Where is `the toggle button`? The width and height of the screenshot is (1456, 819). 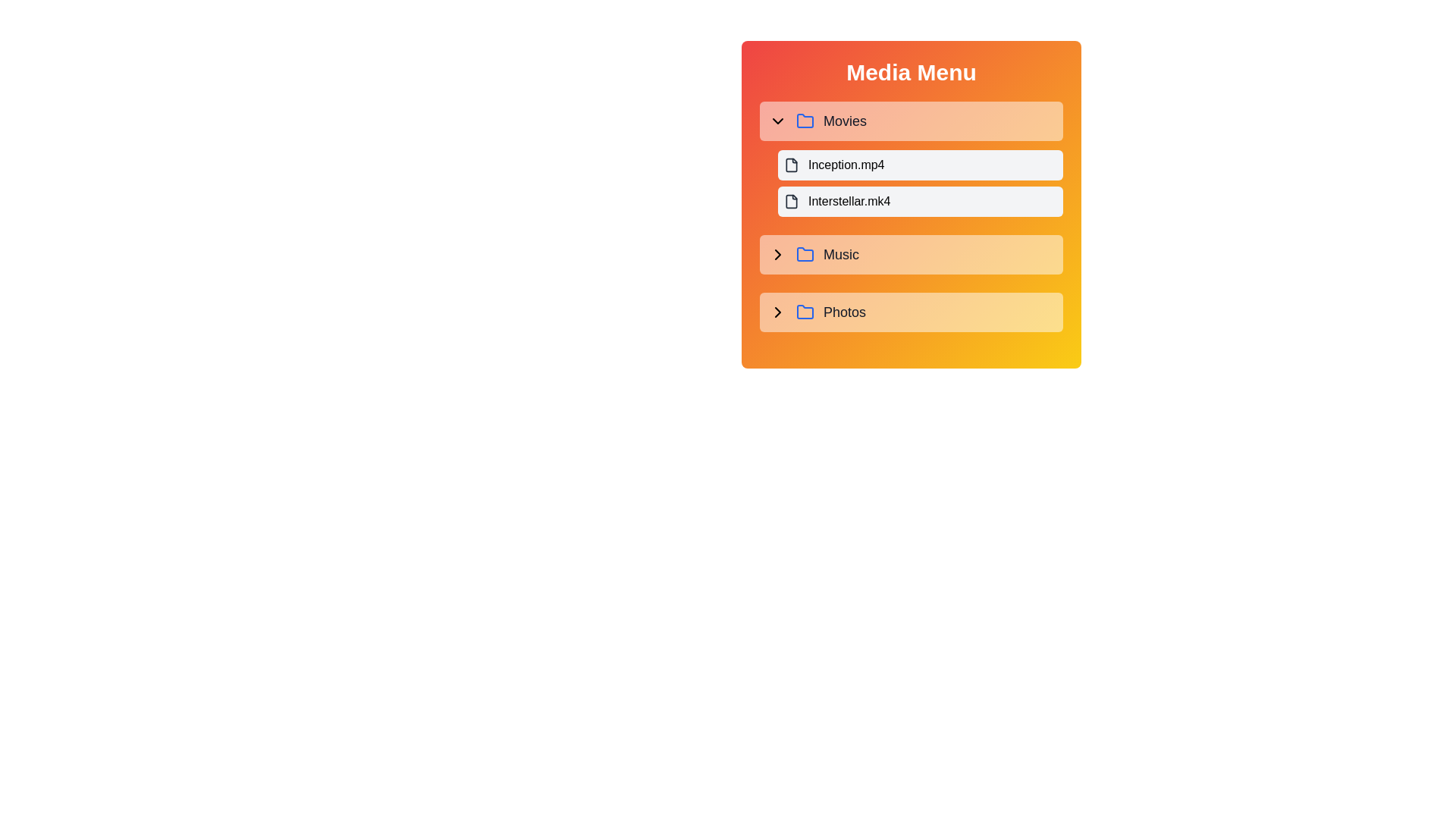 the toggle button is located at coordinates (778, 312).